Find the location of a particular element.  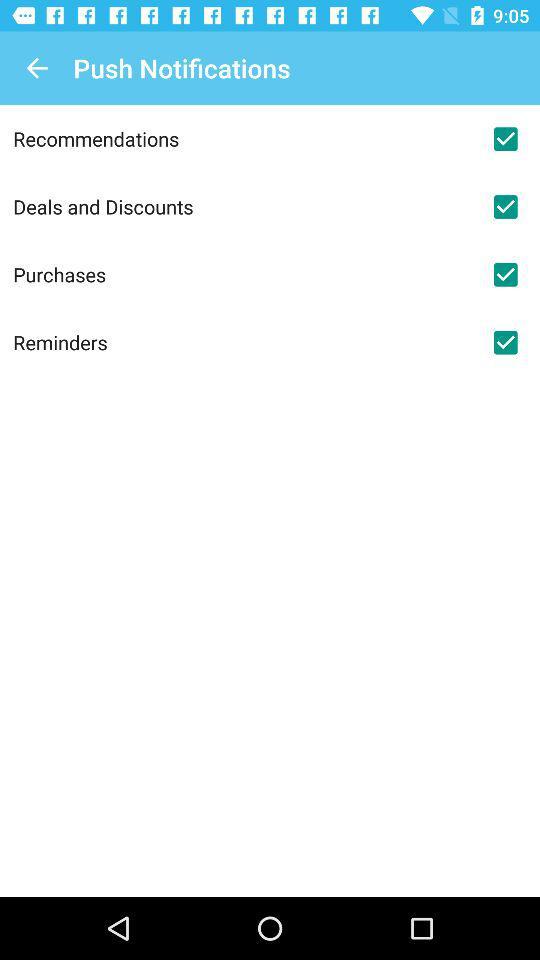

turn on/off reccomendations is located at coordinates (504, 138).